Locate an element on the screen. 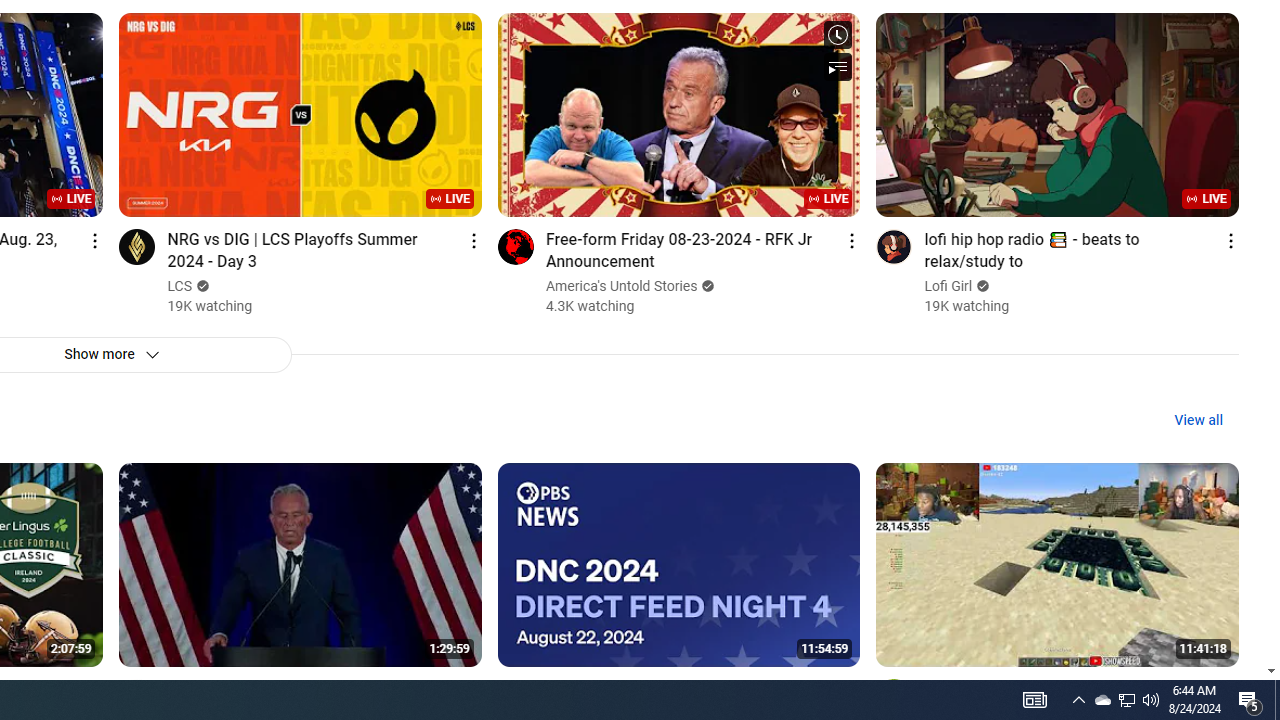 The image size is (1280, 720). 'Lofi Girl' is located at coordinates (948, 286).